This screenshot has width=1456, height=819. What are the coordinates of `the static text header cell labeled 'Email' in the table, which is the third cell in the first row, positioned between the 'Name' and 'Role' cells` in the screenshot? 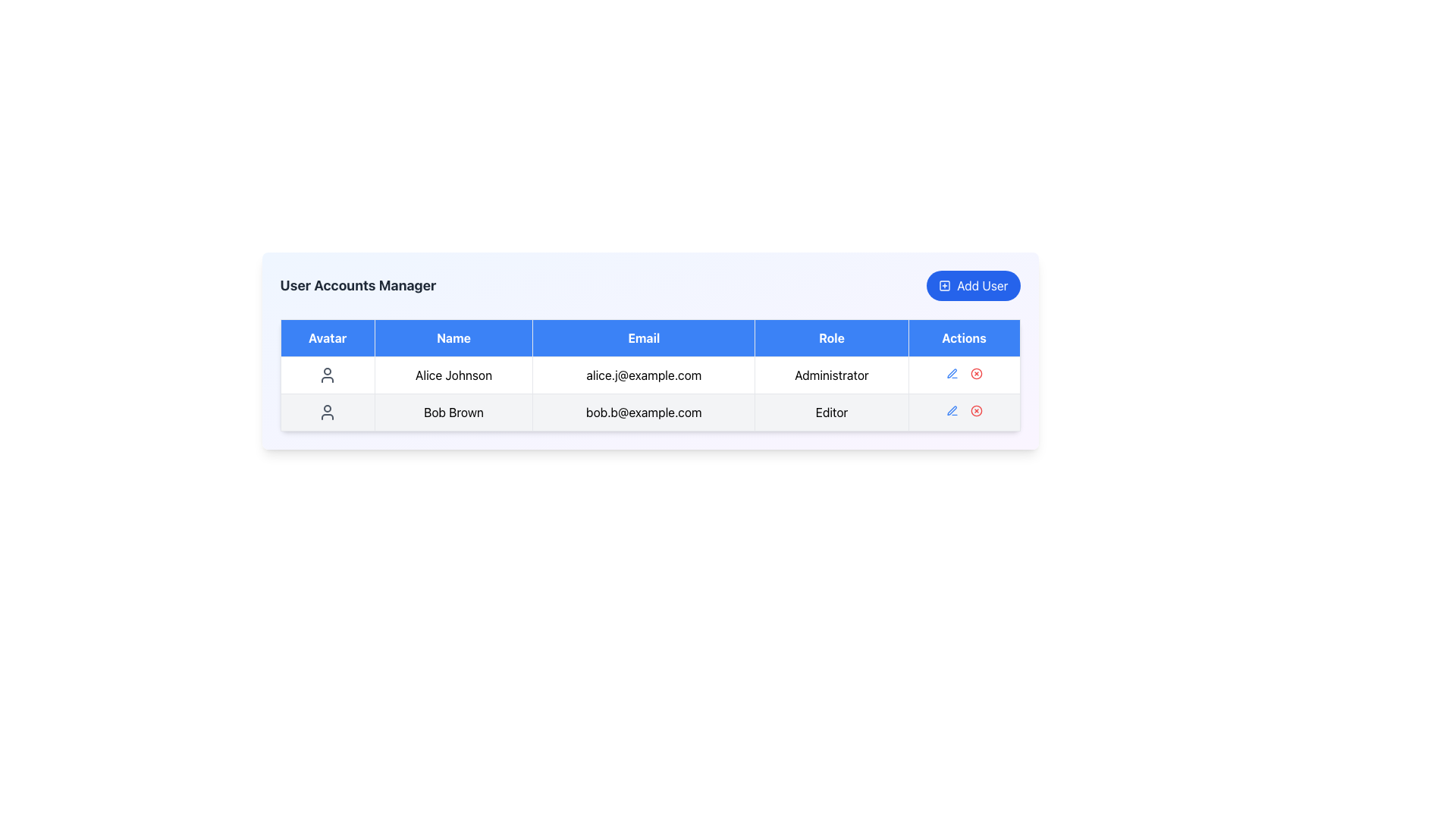 It's located at (644, 337).